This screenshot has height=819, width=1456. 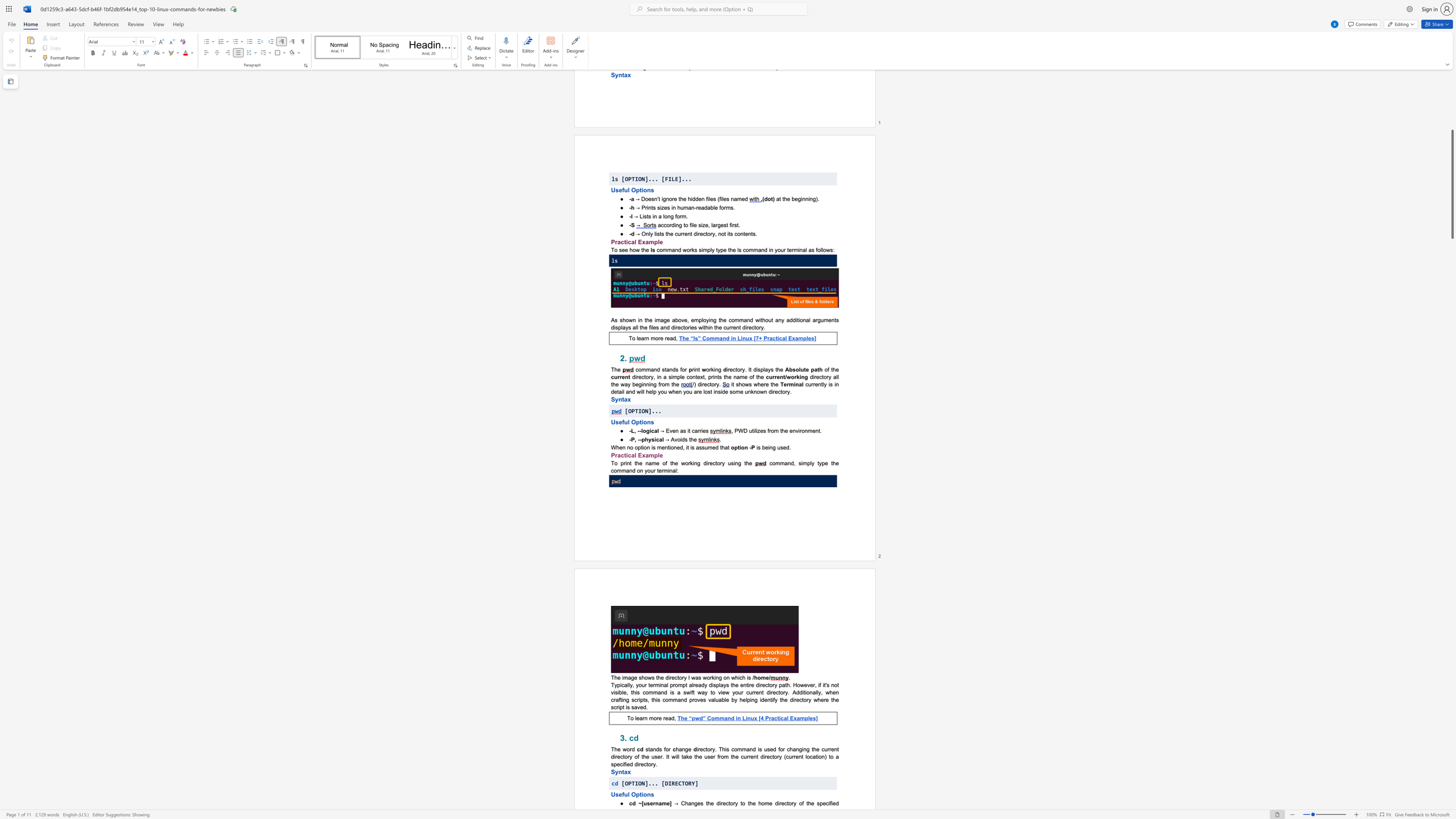 I want to click on the subset text ") to a specified dire" within the text "irectory. This command is used for changing the current directory of the user. It will take the user from the current directory (current location) to a specified directory.", so click(x=824, y=757).